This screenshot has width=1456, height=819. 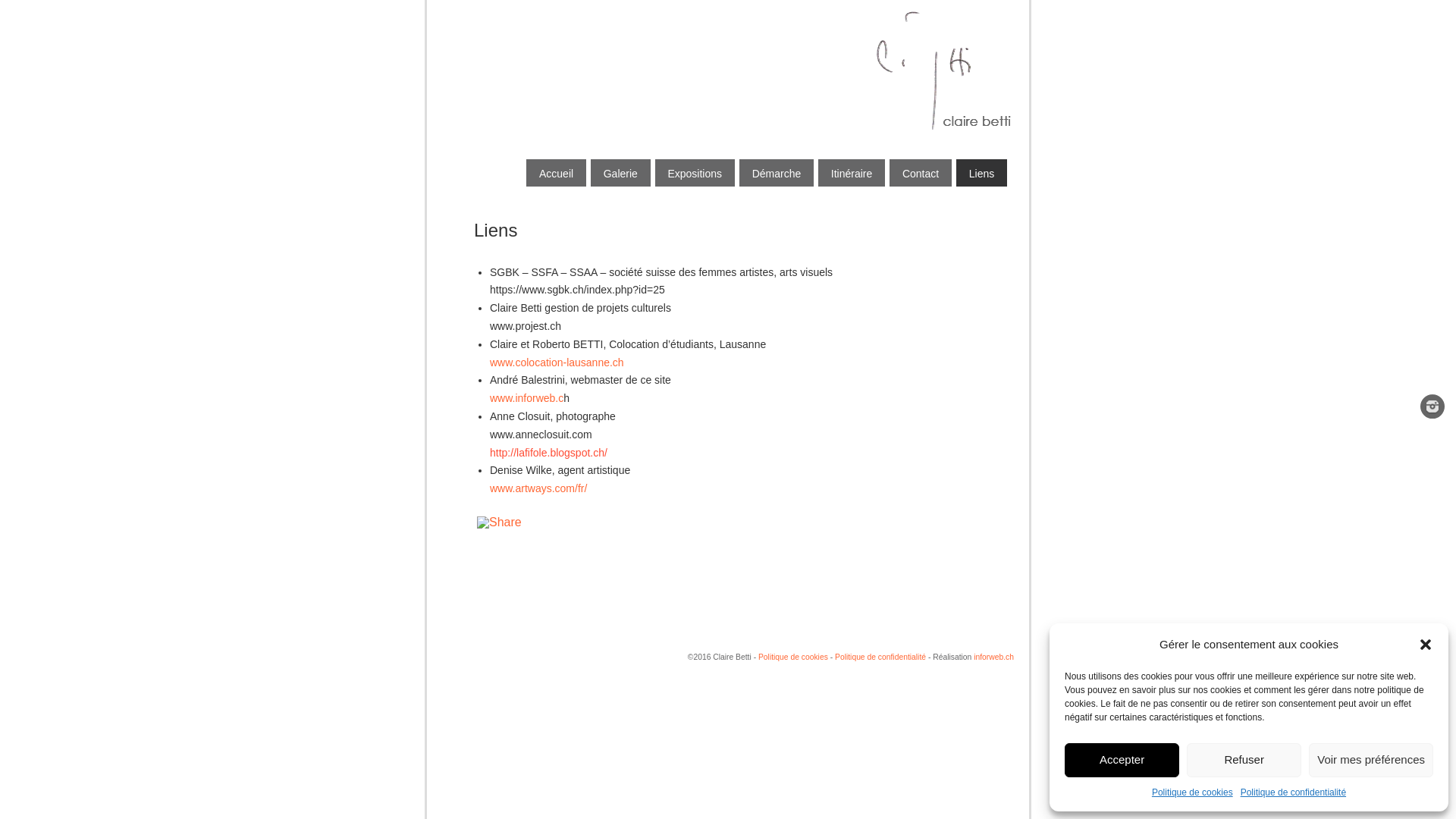 What do you see at coordinates (1122, 760) in the screenshot?
I see `'Accepter'` at bounding box center [1122, 760].